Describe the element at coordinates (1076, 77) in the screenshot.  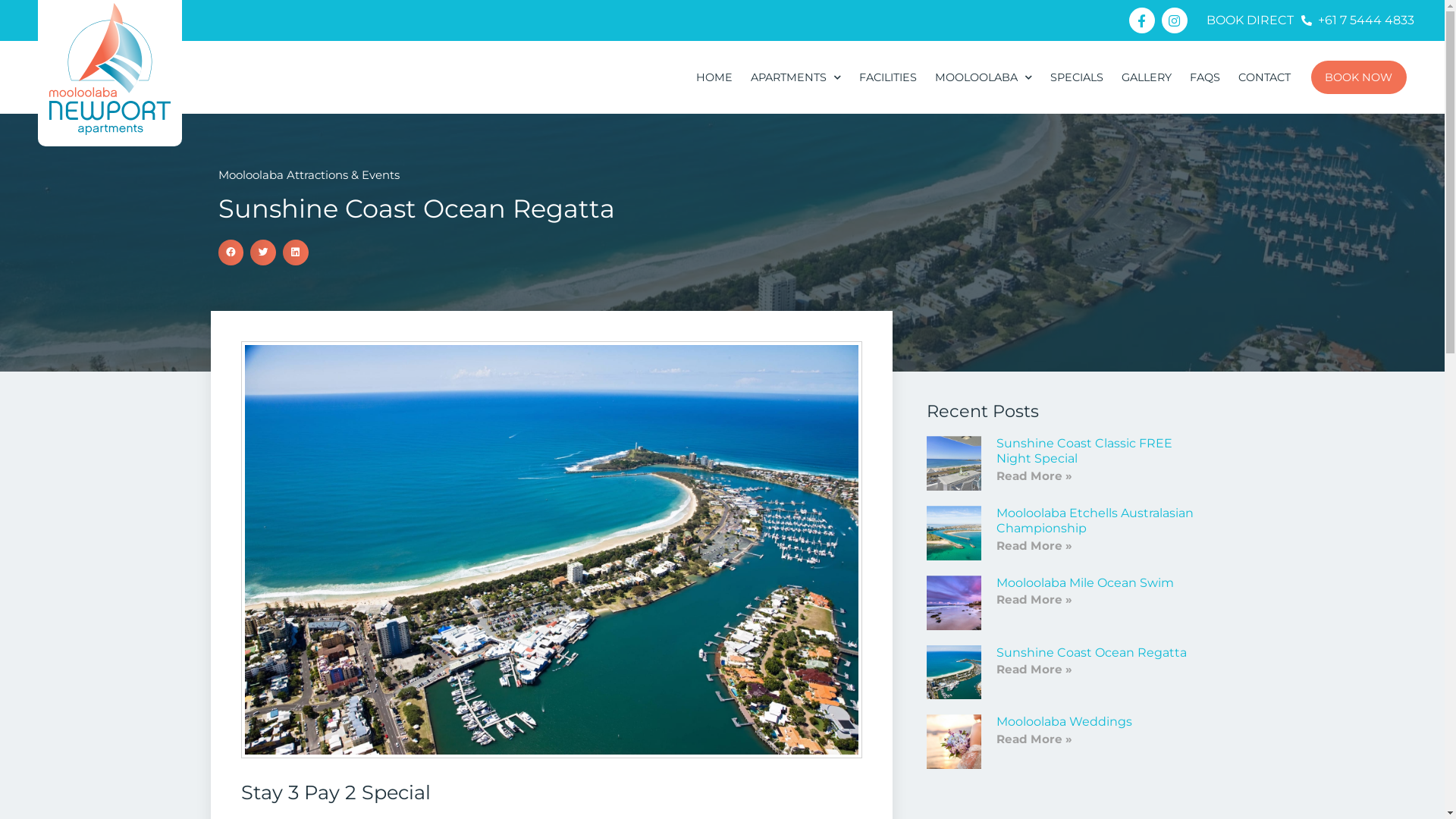
I see `'SPECIALS'` at that location.